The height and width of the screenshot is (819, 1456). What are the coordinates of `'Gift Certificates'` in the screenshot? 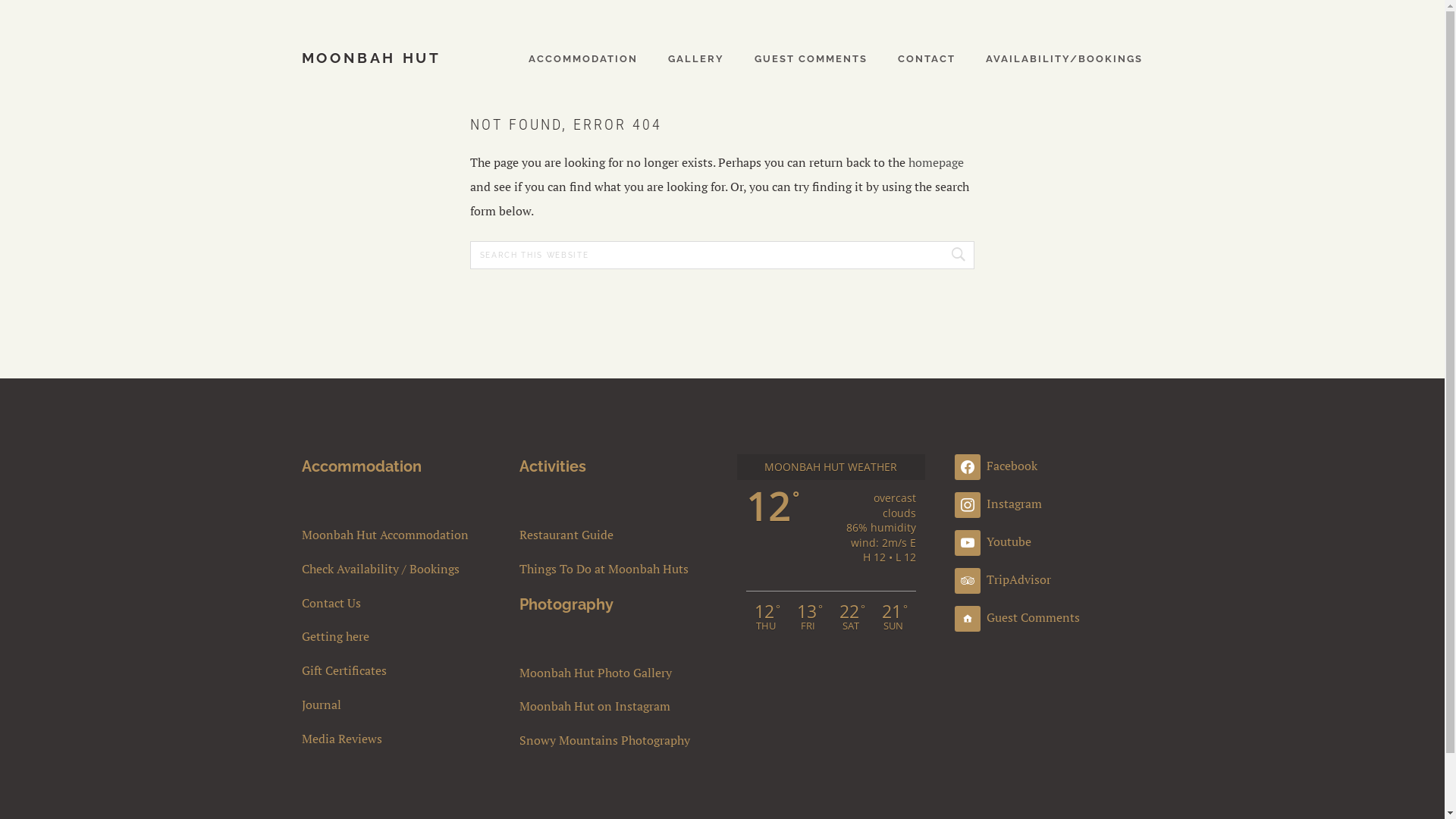 It's located at (396, 670).